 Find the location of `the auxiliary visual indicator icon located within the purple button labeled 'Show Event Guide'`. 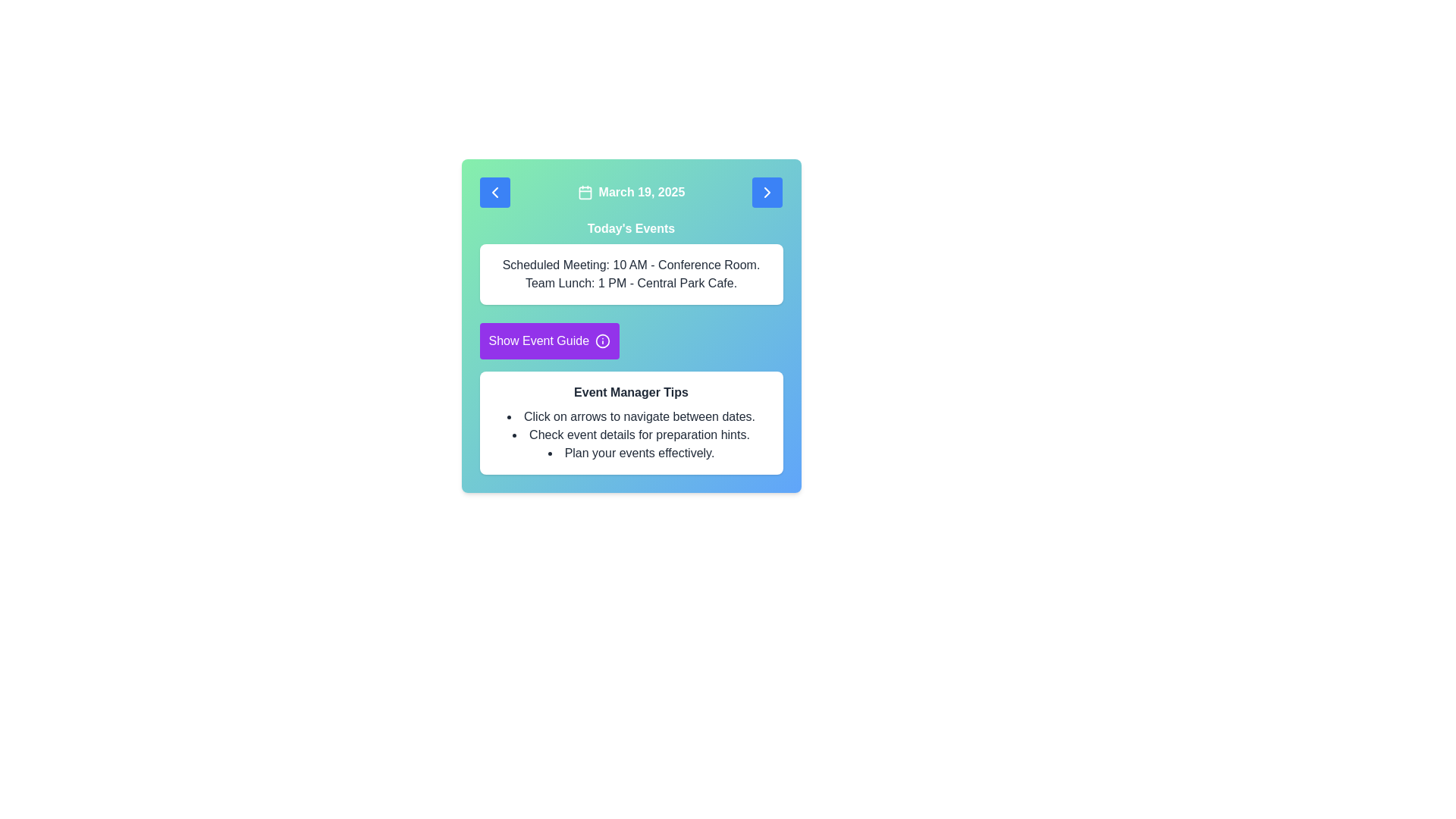

the auxiliary visual indicator icon located within the purple button labeled 'Show Event Guide' is located at coordinates (602, 341).